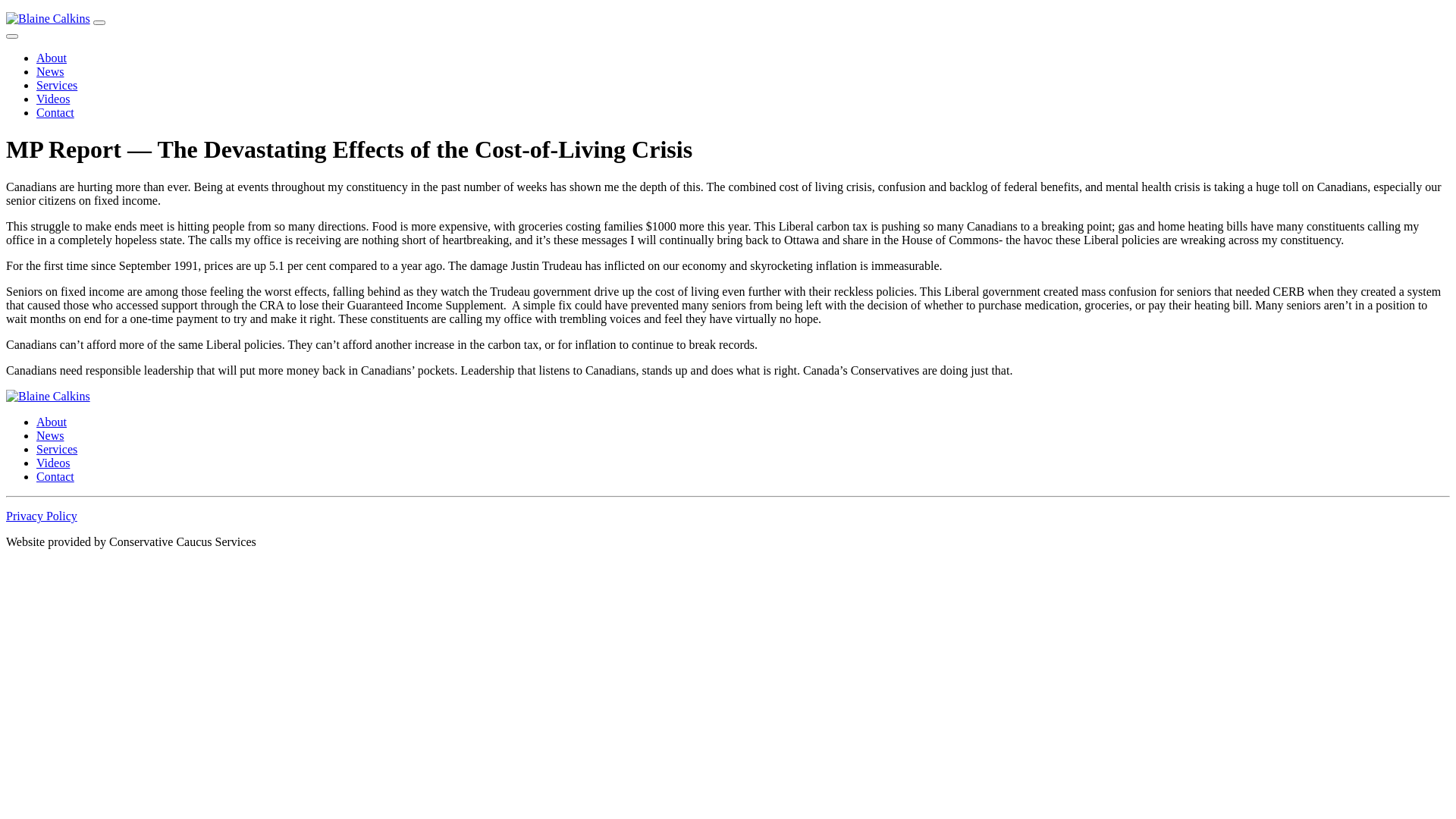 The image size is (1456, 819). What do you see at coordinates (51, 422) in the screenshot?
I see `'About'` at bounding box center [51, 422].